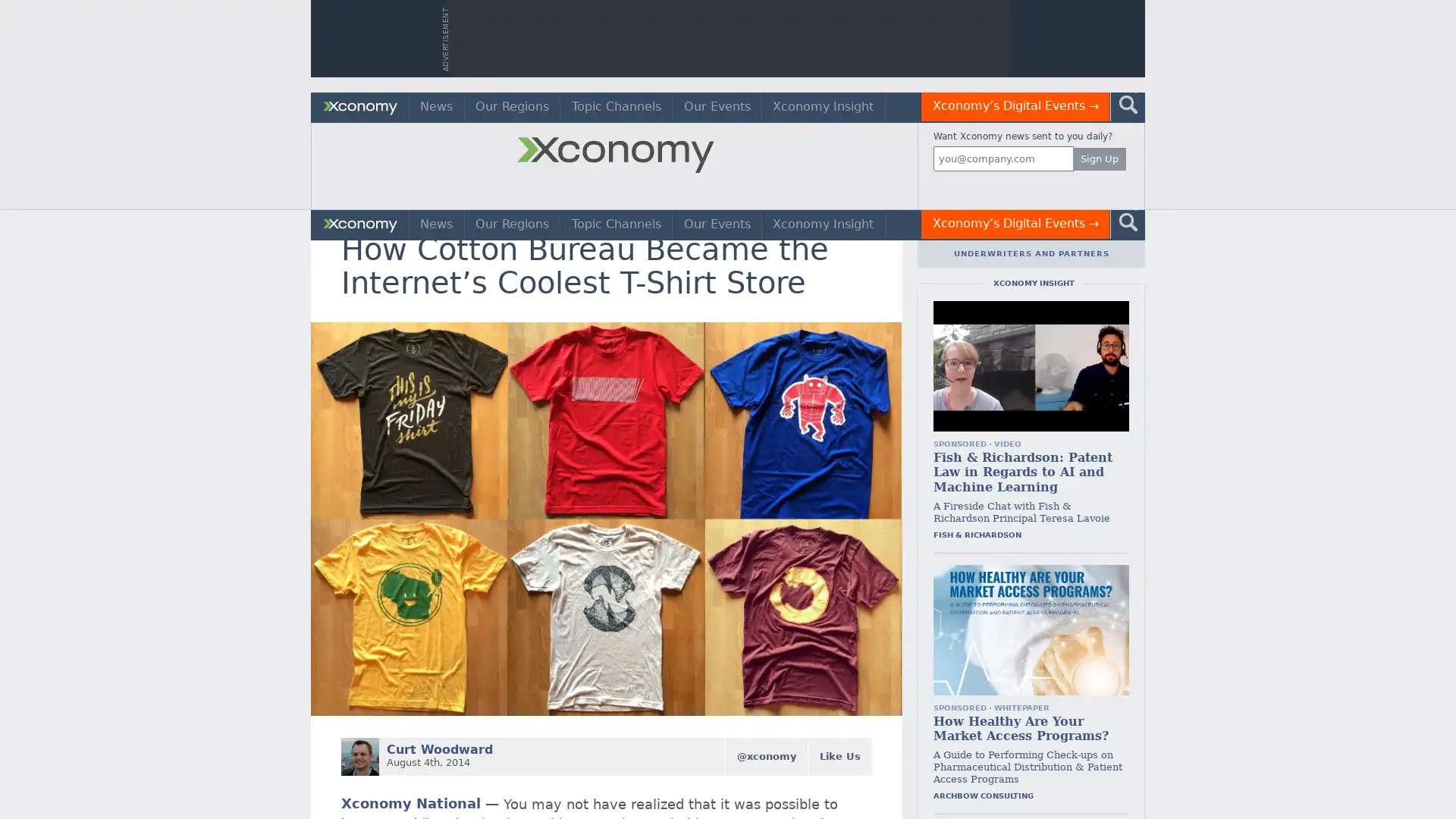 Image resolution: width=1456 pixels, height=819 pixels. I want to click on Sign Up, so click(1099, 158).